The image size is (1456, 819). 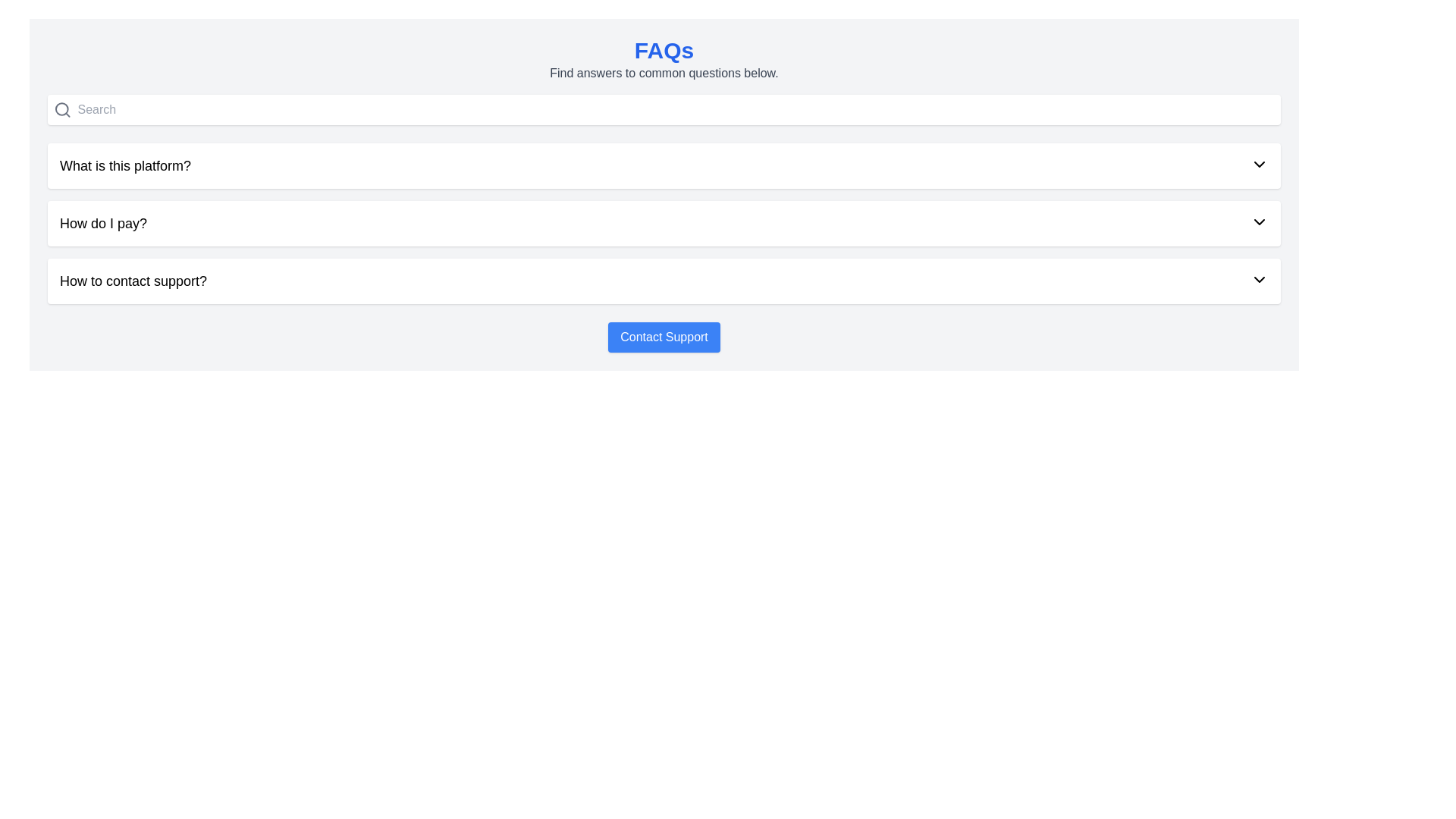 What do you see at coordinates (664, 336) in the screenshot?
I see `the contact support button located beneath the 'How to contact support?' section to initiate contact with support` at bounding box center [664, 336].